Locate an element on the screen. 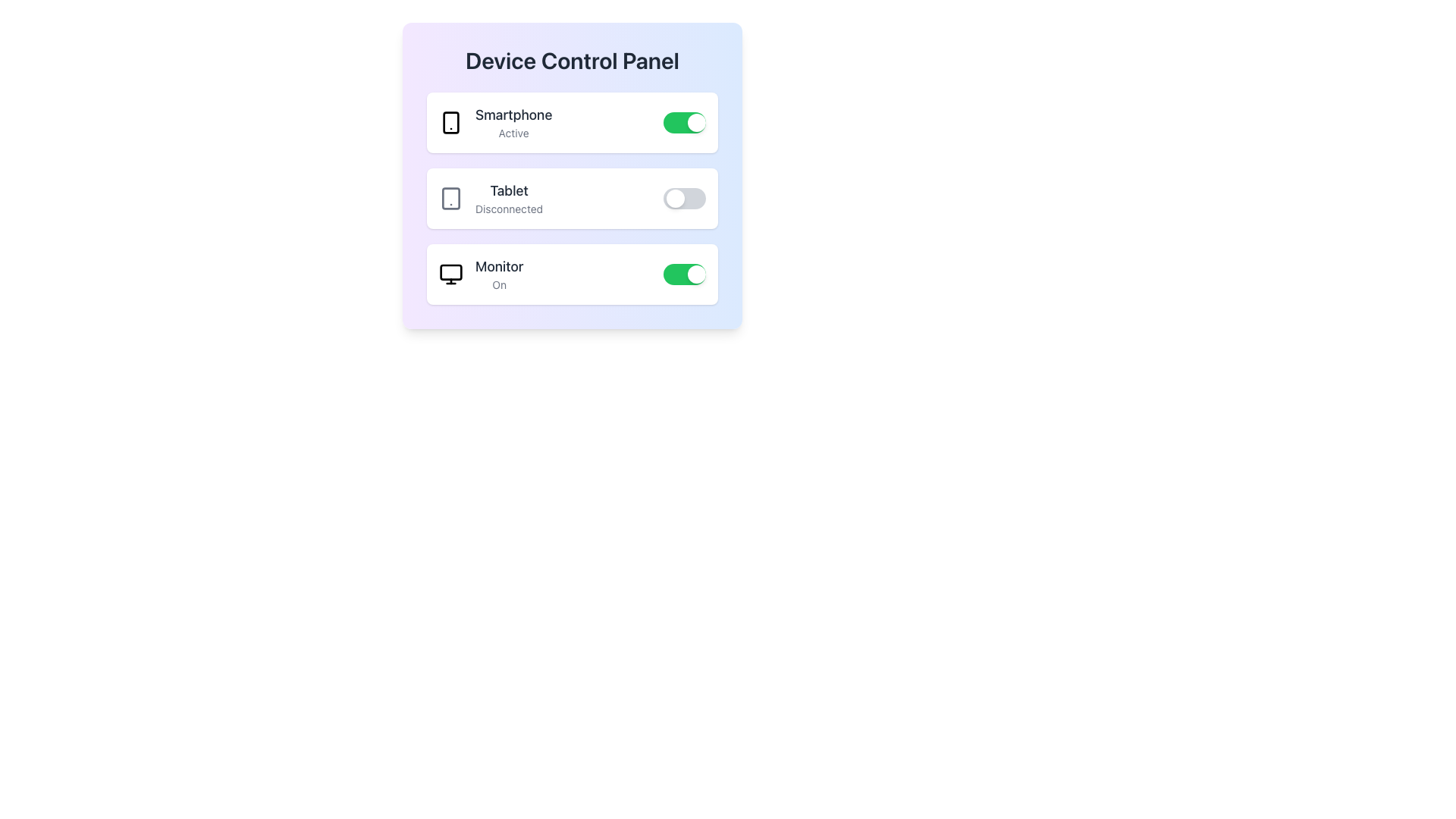  the toggle switch of the 'Smartphone' device control entry in the Device Control Panel to change its status from Active is located at coordinates (571, 122).